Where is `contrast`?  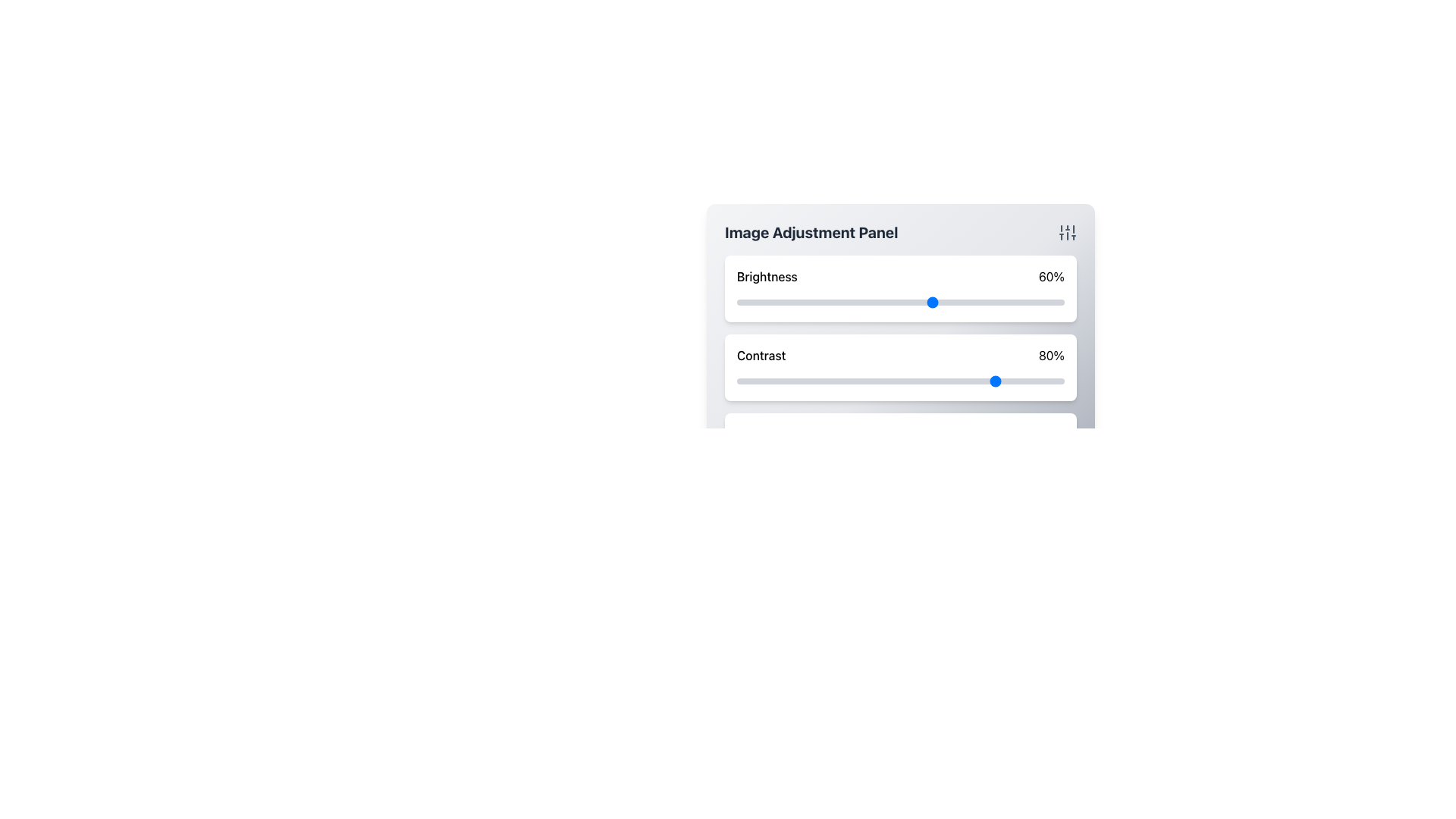
contrast is located at coordinates (1009, 380).